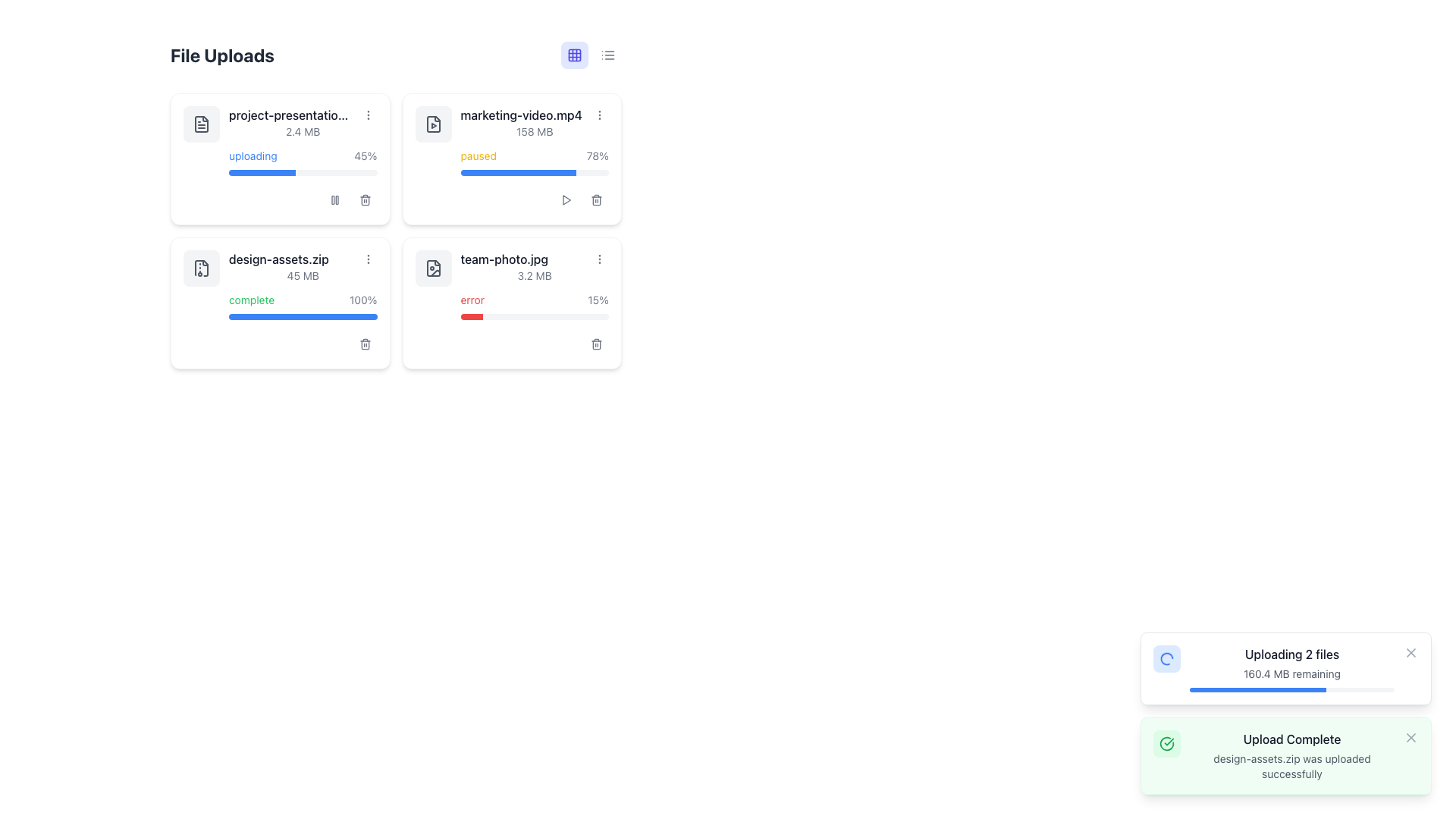 The width and height of the screenshot is (1456, 819). I want to click on the triangular play button located to the right of the progress bar for 'marketing-video.mp4' in the 'File Uploads' section to play or resume the upload, so click(566, 199).